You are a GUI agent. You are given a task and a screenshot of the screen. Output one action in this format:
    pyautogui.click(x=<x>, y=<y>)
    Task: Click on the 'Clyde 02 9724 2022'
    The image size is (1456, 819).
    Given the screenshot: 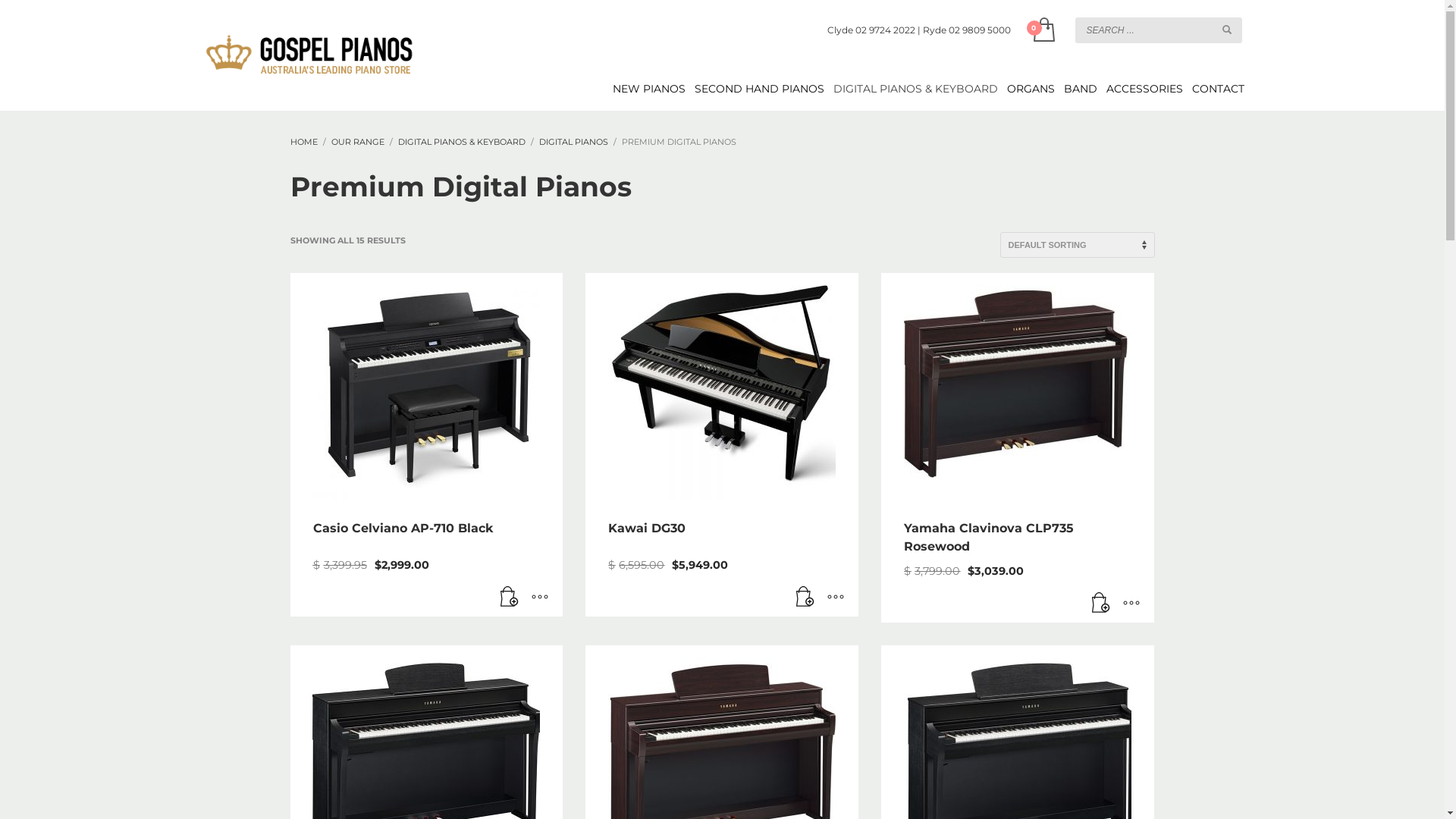 What is the action you would take?
    pyautogui.click(x=870, y=30)
    